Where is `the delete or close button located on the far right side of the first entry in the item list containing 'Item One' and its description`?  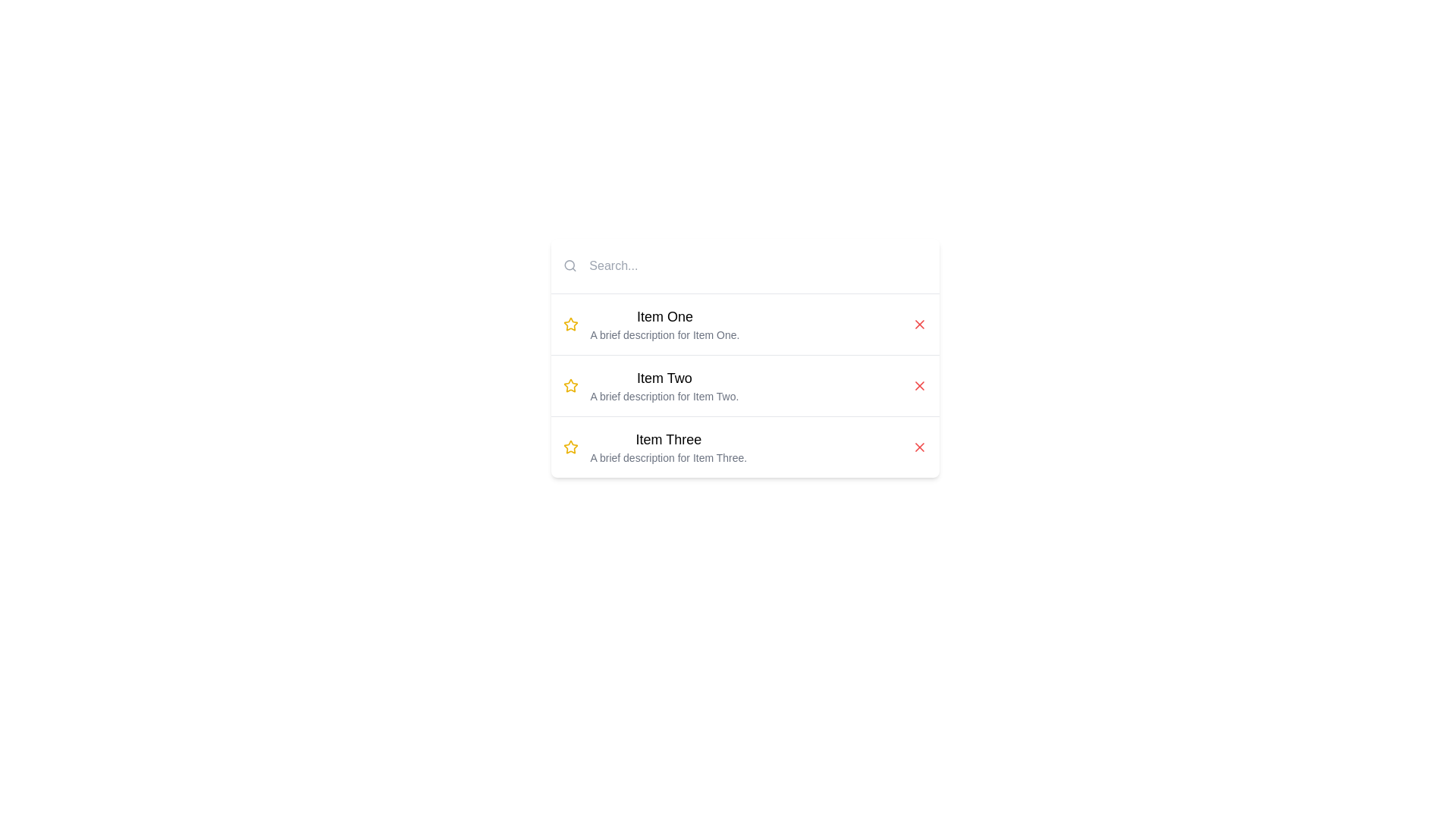
the delete or close button located on the far right side of the first entry in the item list containing 'Item One' and its description is located at coordinates (918, 324).